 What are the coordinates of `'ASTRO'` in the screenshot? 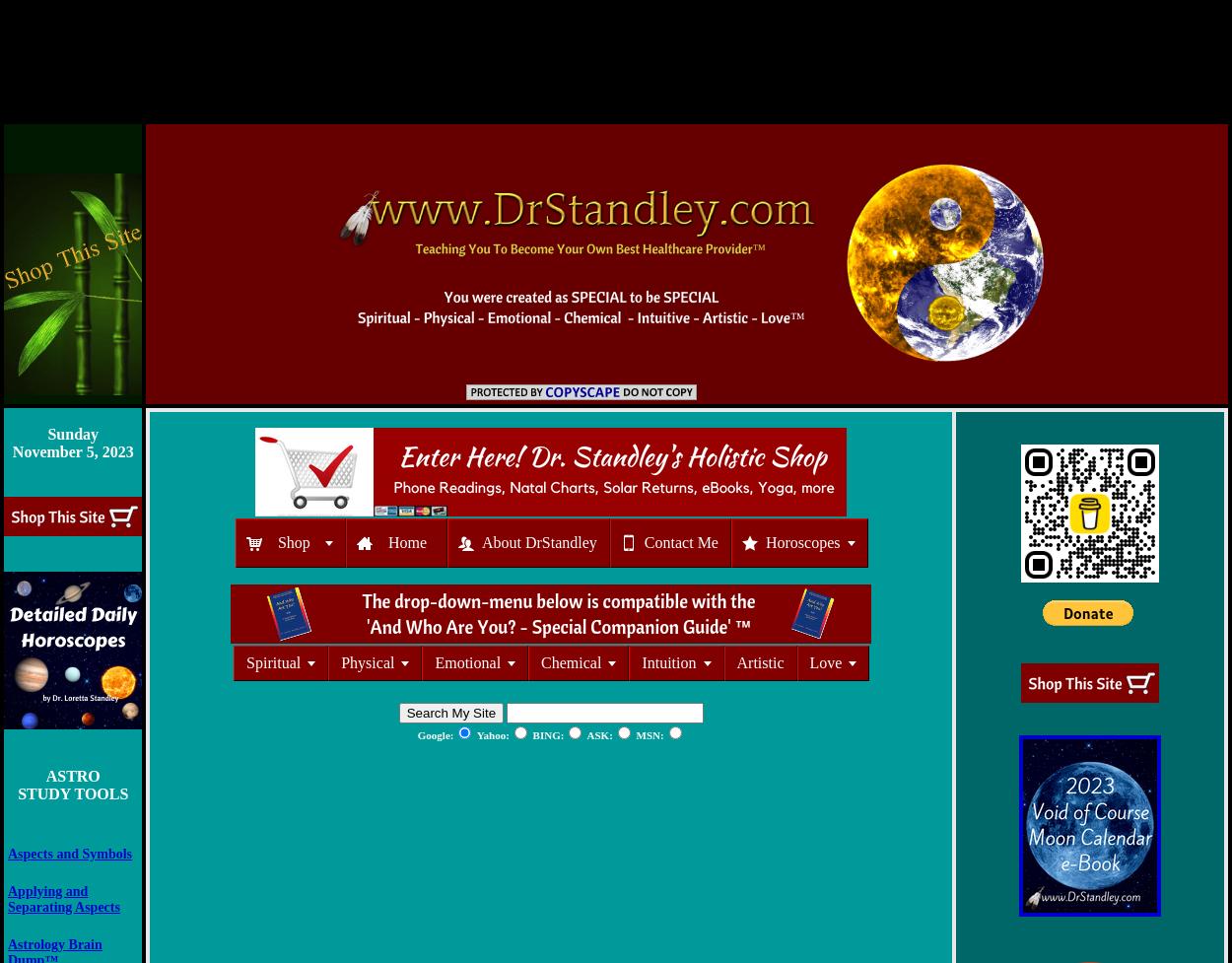 It's located at (71, 776).